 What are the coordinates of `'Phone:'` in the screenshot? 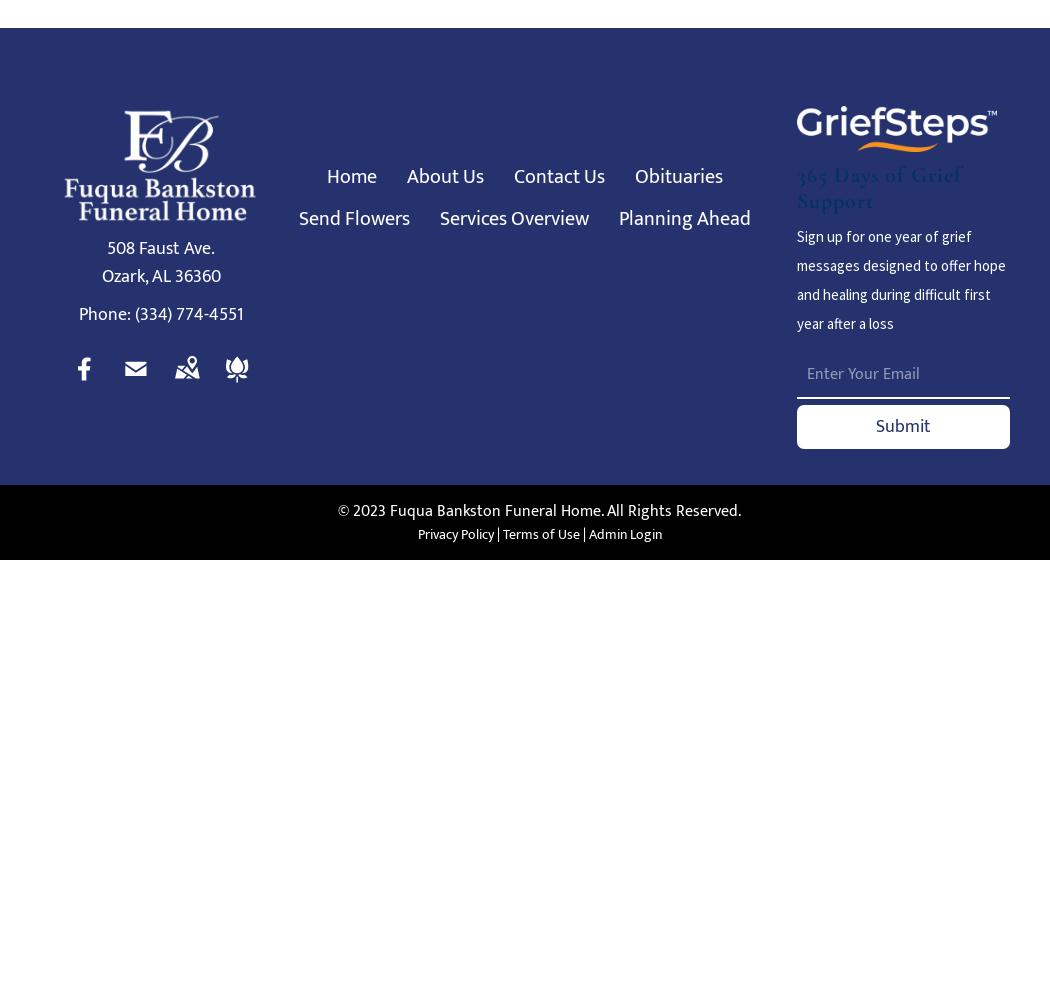 It's located at (106, 313).